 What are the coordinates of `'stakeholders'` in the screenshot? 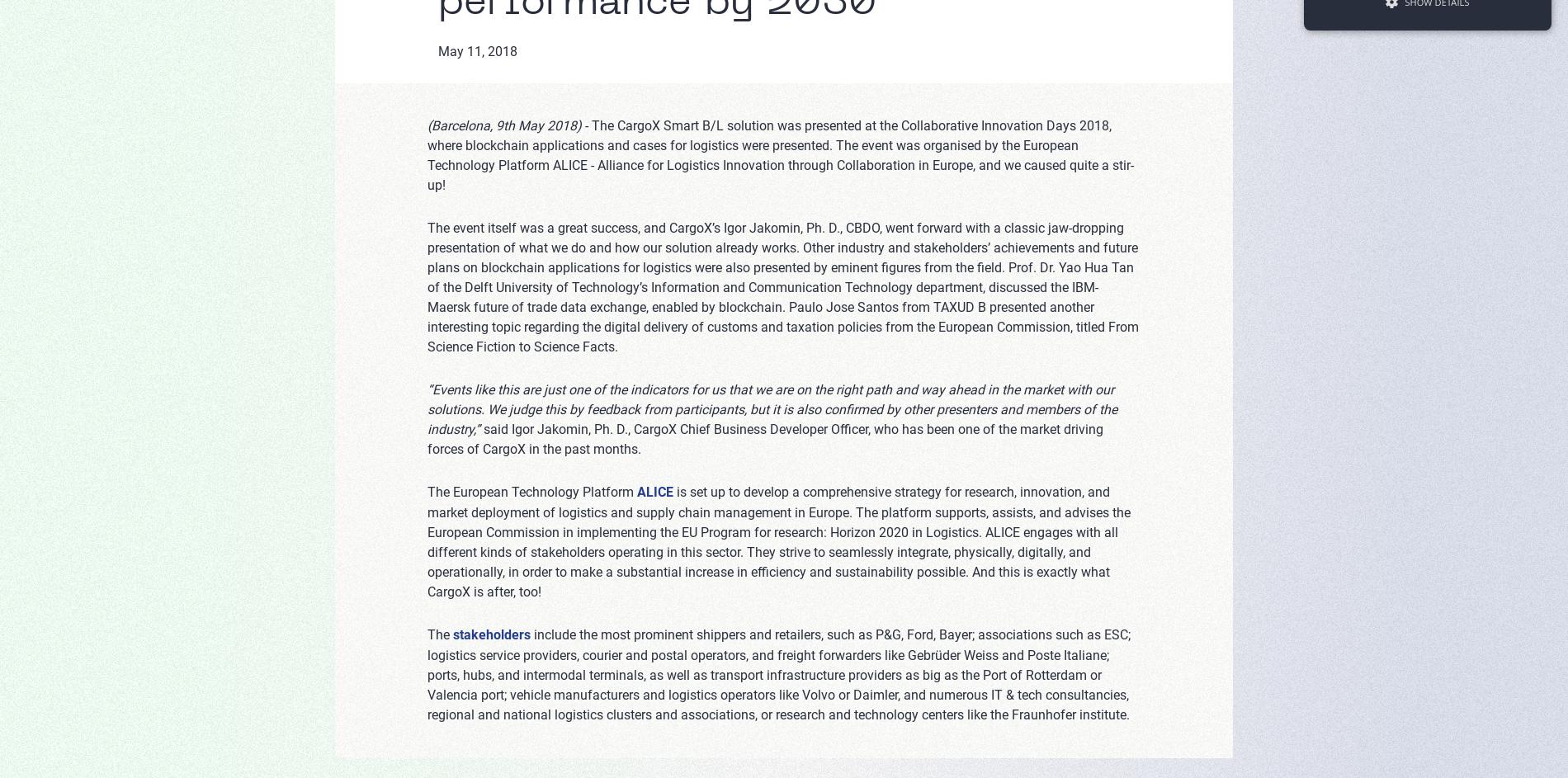 It's located at (492, 634).